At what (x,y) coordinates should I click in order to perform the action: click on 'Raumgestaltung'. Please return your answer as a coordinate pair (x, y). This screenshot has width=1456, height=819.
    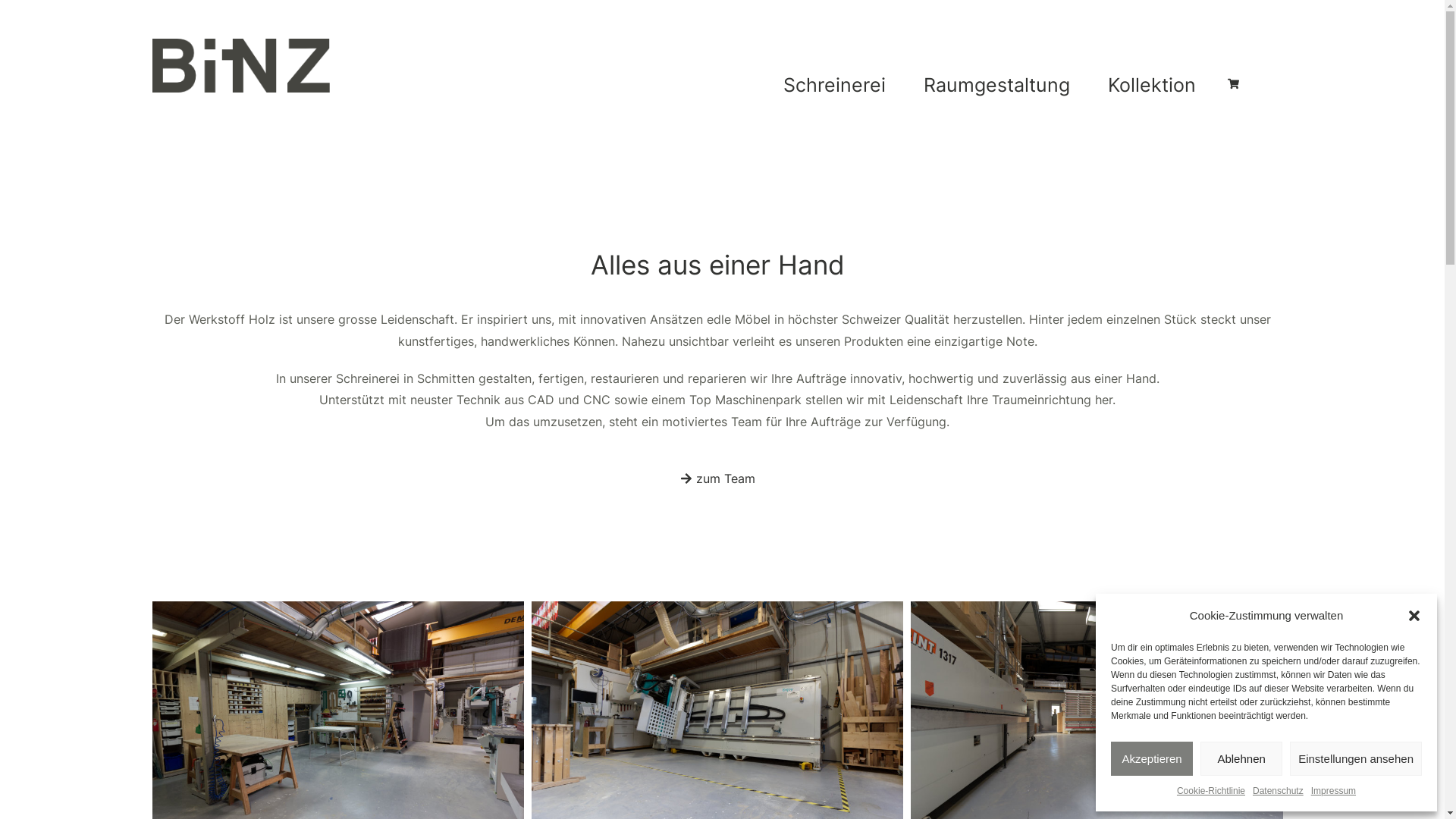
    Looking at the image, I should click on (908, 84).